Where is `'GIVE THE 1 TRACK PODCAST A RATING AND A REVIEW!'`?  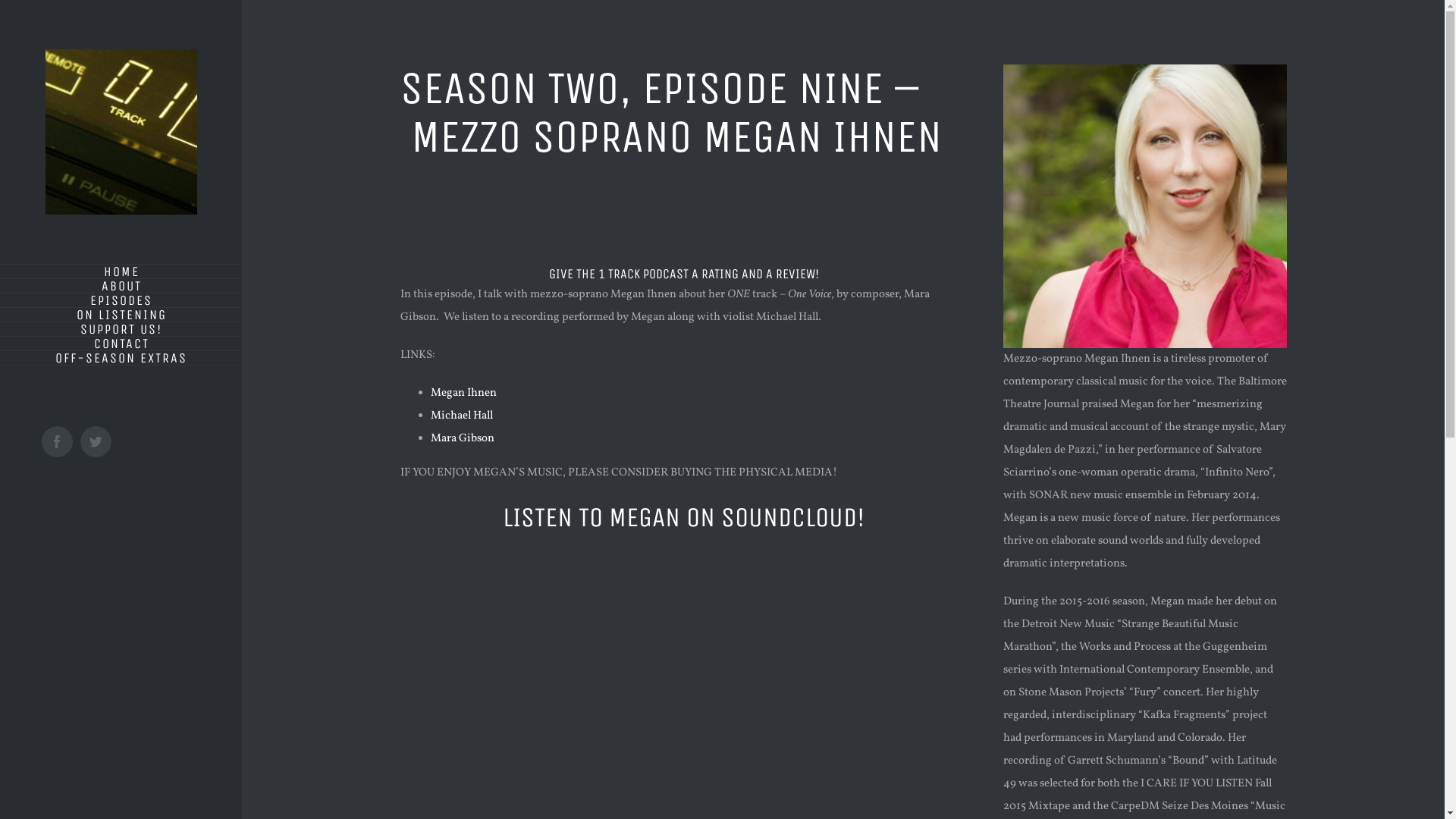 'GIVE THE 1 TRACK PODCAST A RATING AND A REVIEW!' is located at coordinates (683, 274).